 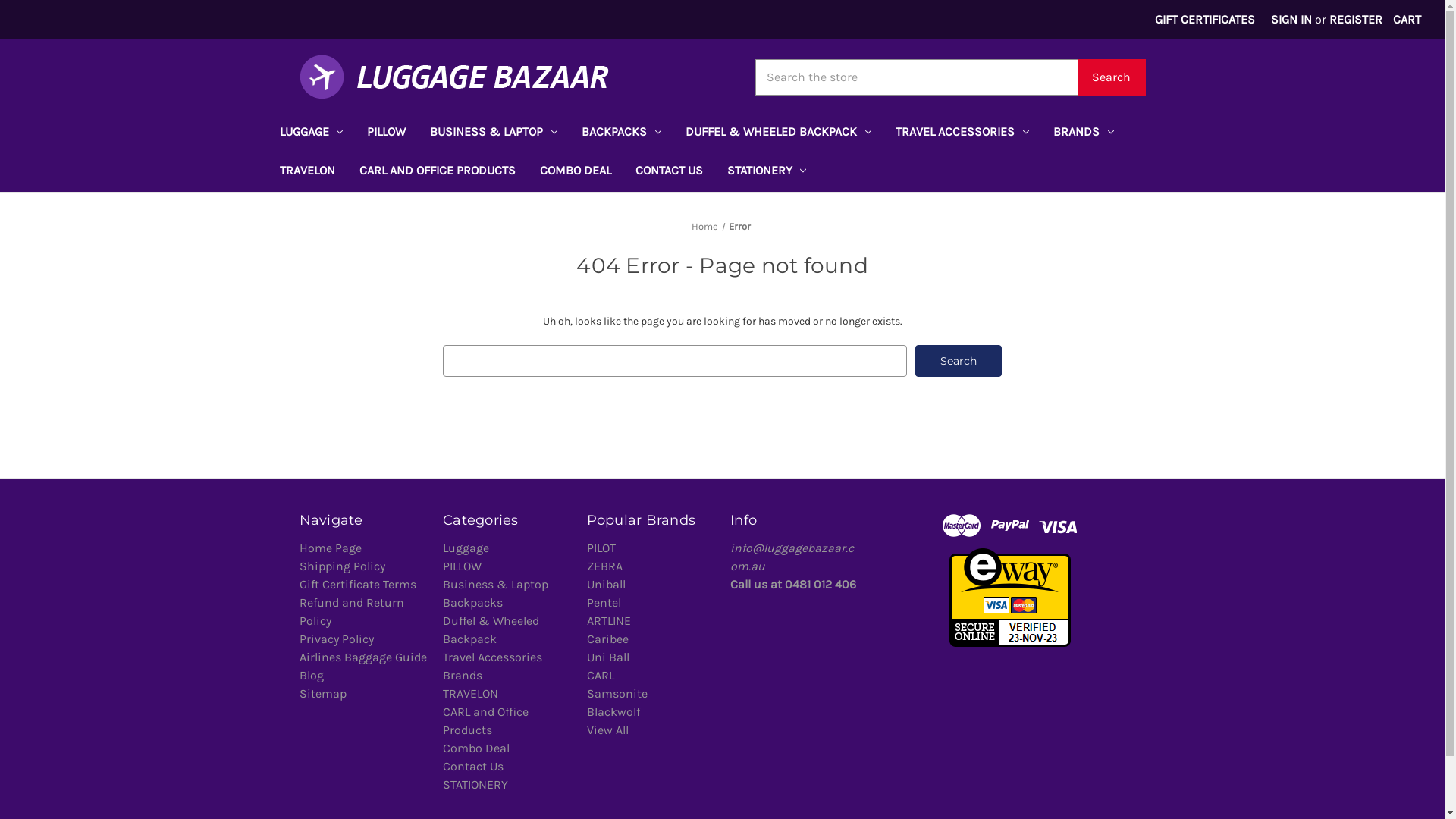 What do you see at coordinates (491, 629) in the screenshot?
I see `'Duffel & Wheeled Backpack'` at bounding box center [491, 629].